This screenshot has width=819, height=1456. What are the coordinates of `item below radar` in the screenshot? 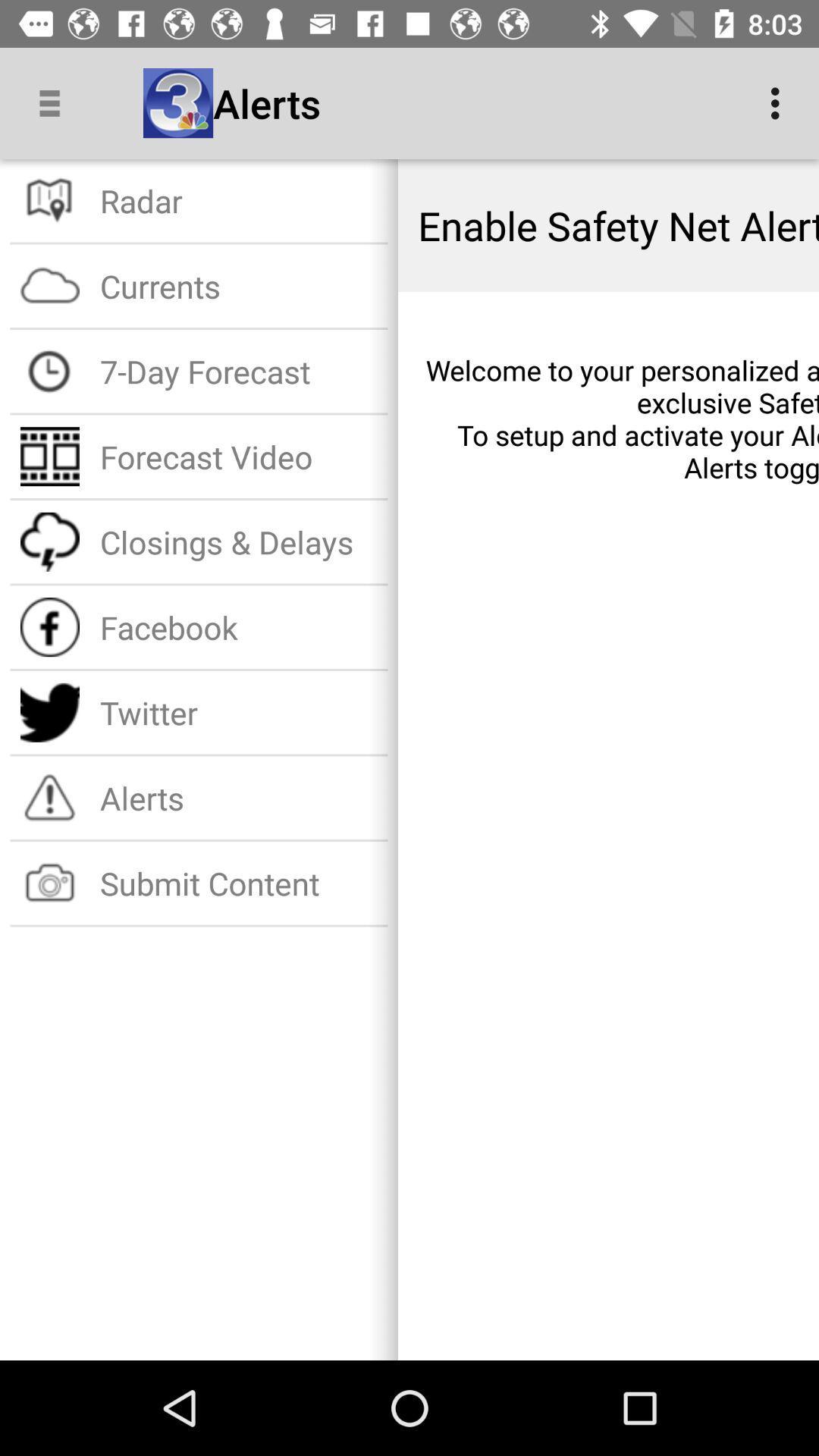 It's located at (239, 286).